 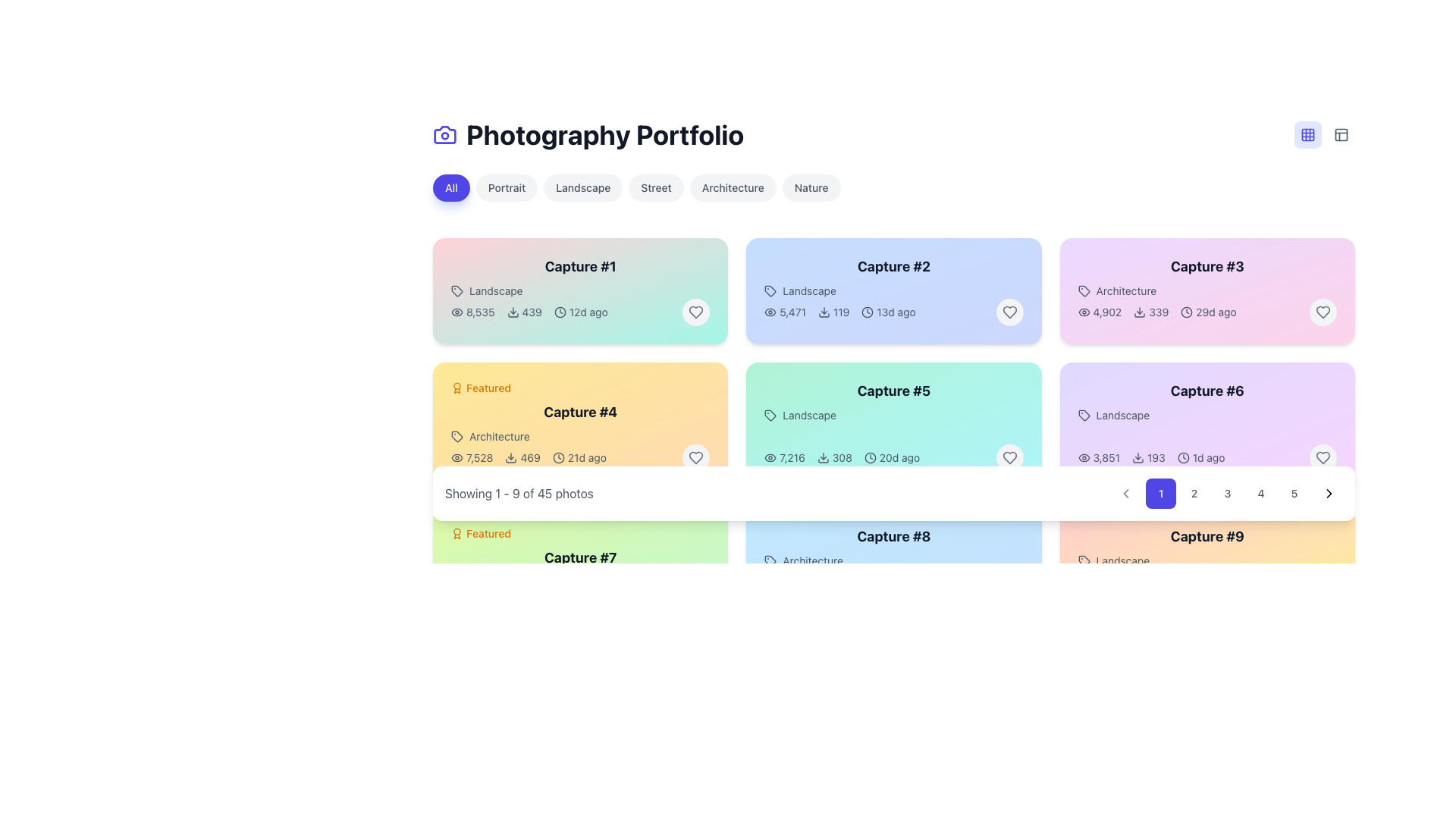 What do you see at coordinates (588, 133) in the screenshot?
I see `the Text and Icon combination element that serves as a title for the photography portfolio, located near the top of the page` at bounding box center [588, 133].